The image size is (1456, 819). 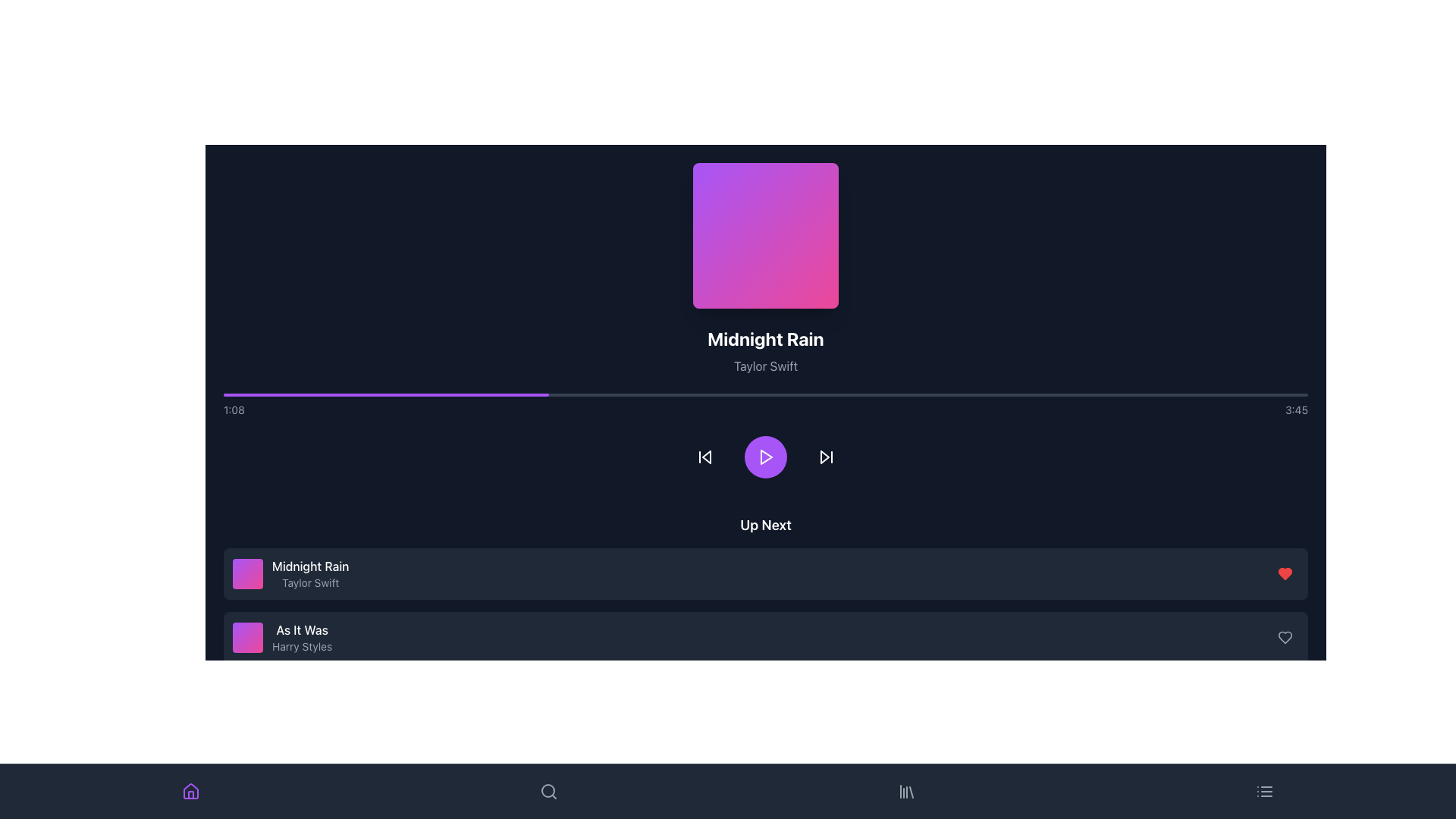 What do you see at coordinates (765, 405) in the screenshot?
I see `the media progress bar located centrally below 'Midnight Rain' and 'Taylor Swift' to seek to a specific position in the playback` at bounding box center [765, 405].